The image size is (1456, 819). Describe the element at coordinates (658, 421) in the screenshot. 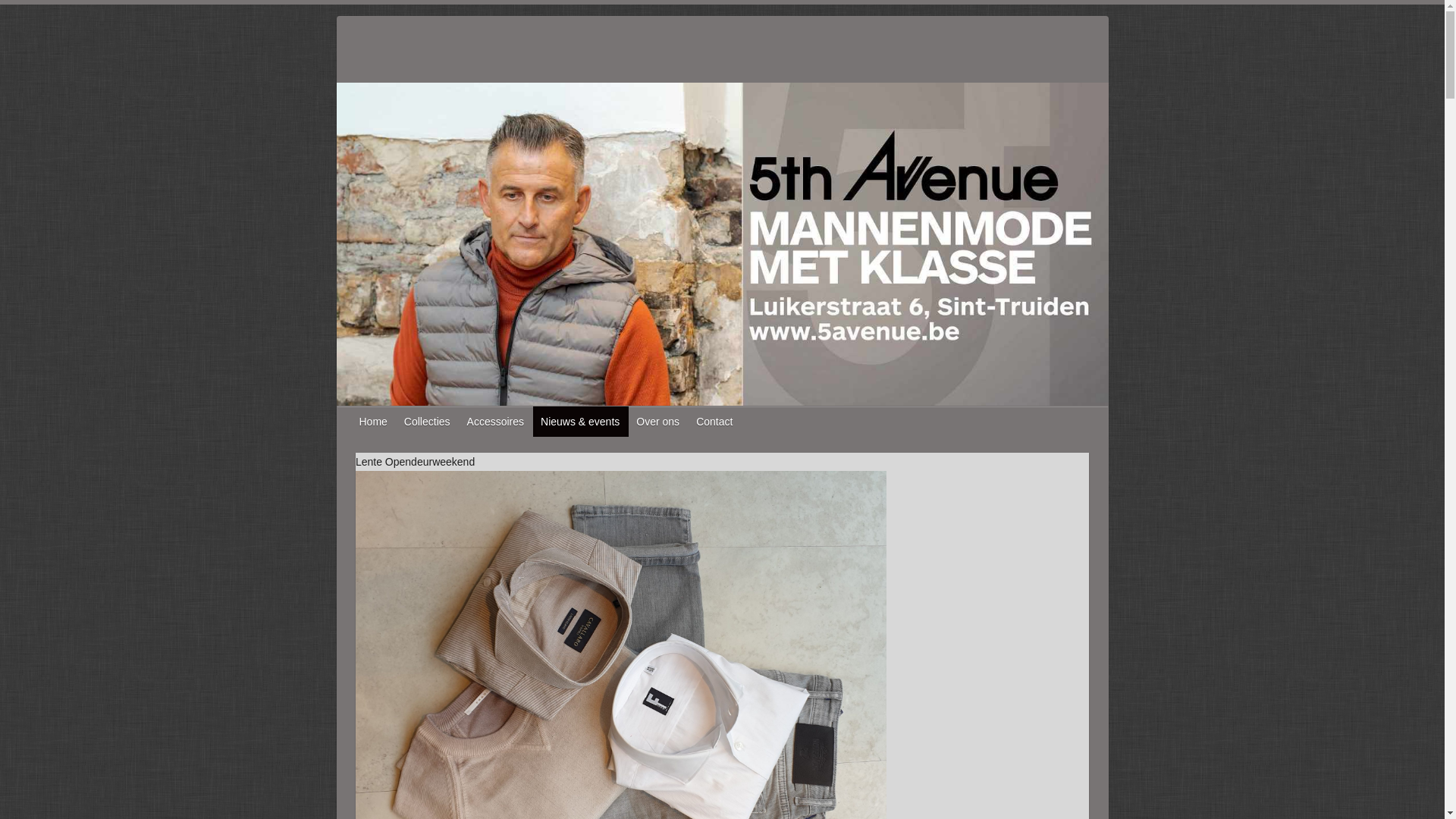

I see `'Over ons'` at that location.